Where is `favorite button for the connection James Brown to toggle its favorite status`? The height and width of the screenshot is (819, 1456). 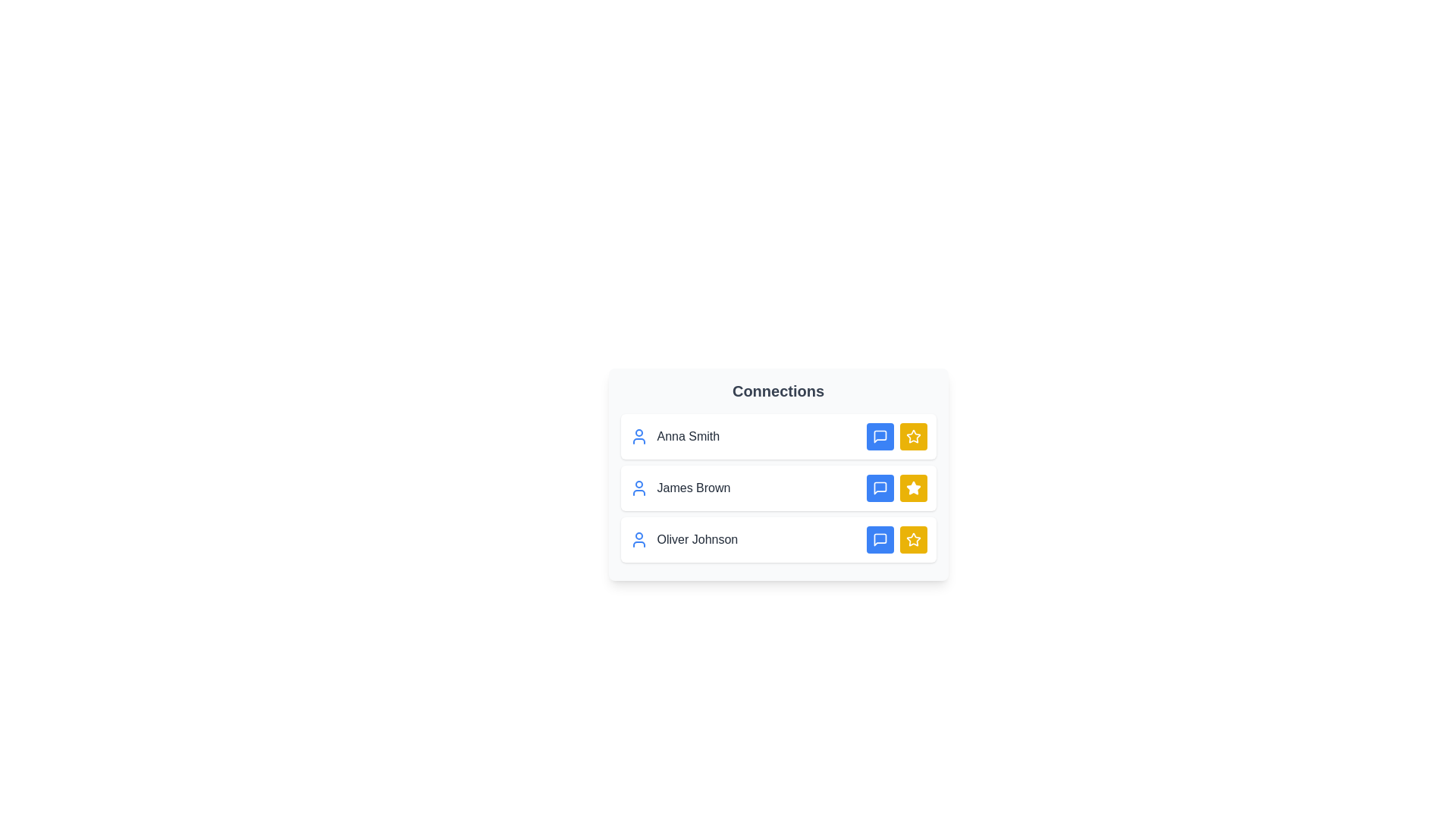 favorite button for the connection James Brown to toggle its favorite status is located at coordinates (912, 488).